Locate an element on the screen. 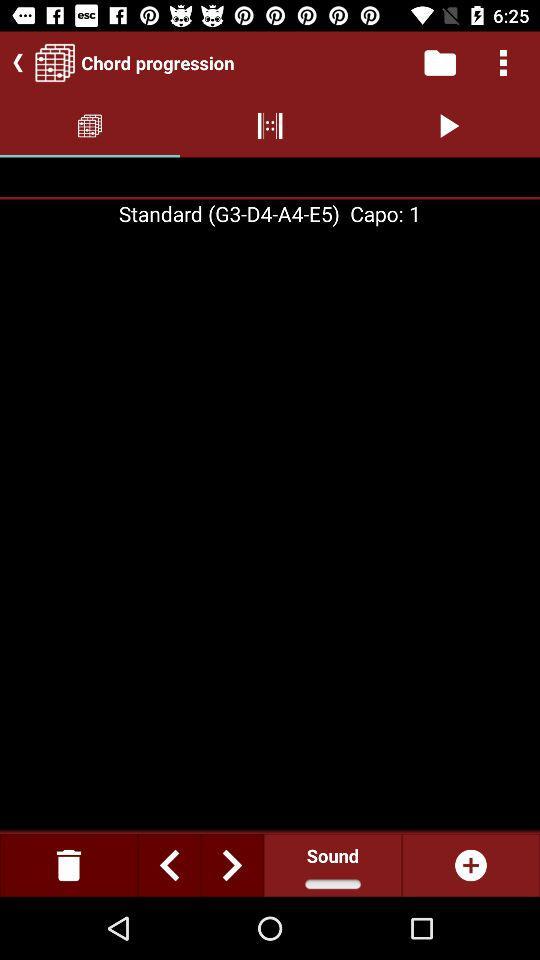 The height and width of the screenshot is (960, 540). the arrow_backward icon is located at coordinates (13, 62).